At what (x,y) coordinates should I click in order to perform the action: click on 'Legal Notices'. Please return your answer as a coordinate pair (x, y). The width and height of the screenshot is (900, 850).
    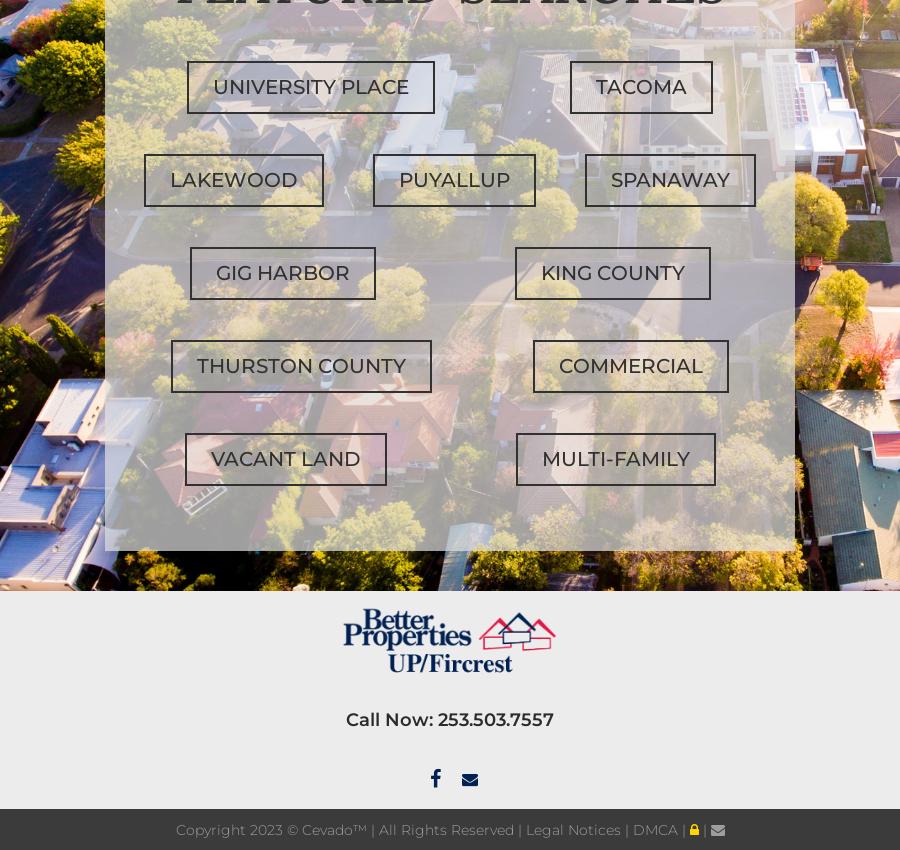
    Looking at the image, I should click on (523, 830).